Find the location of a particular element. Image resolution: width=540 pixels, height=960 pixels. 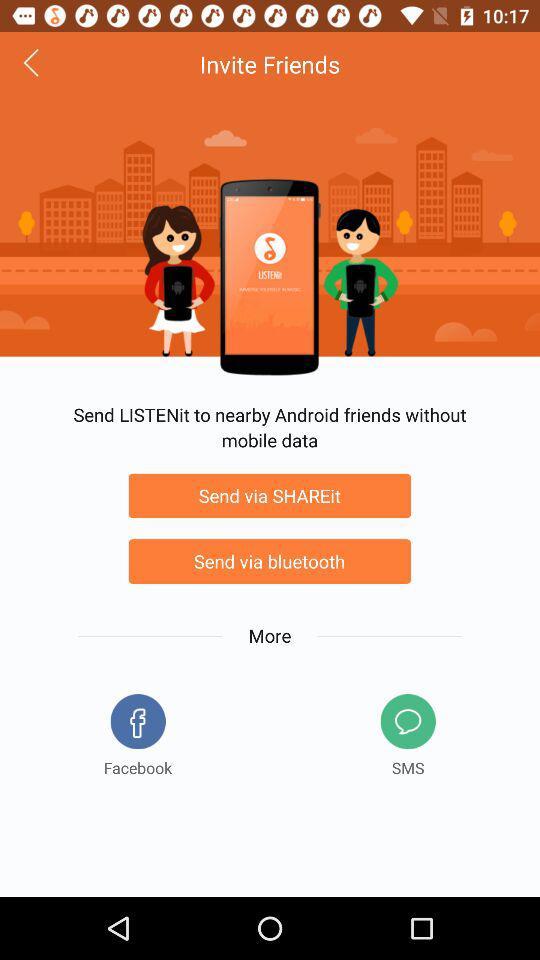

the arrow_backward icon is located at coordinates (31, 68).